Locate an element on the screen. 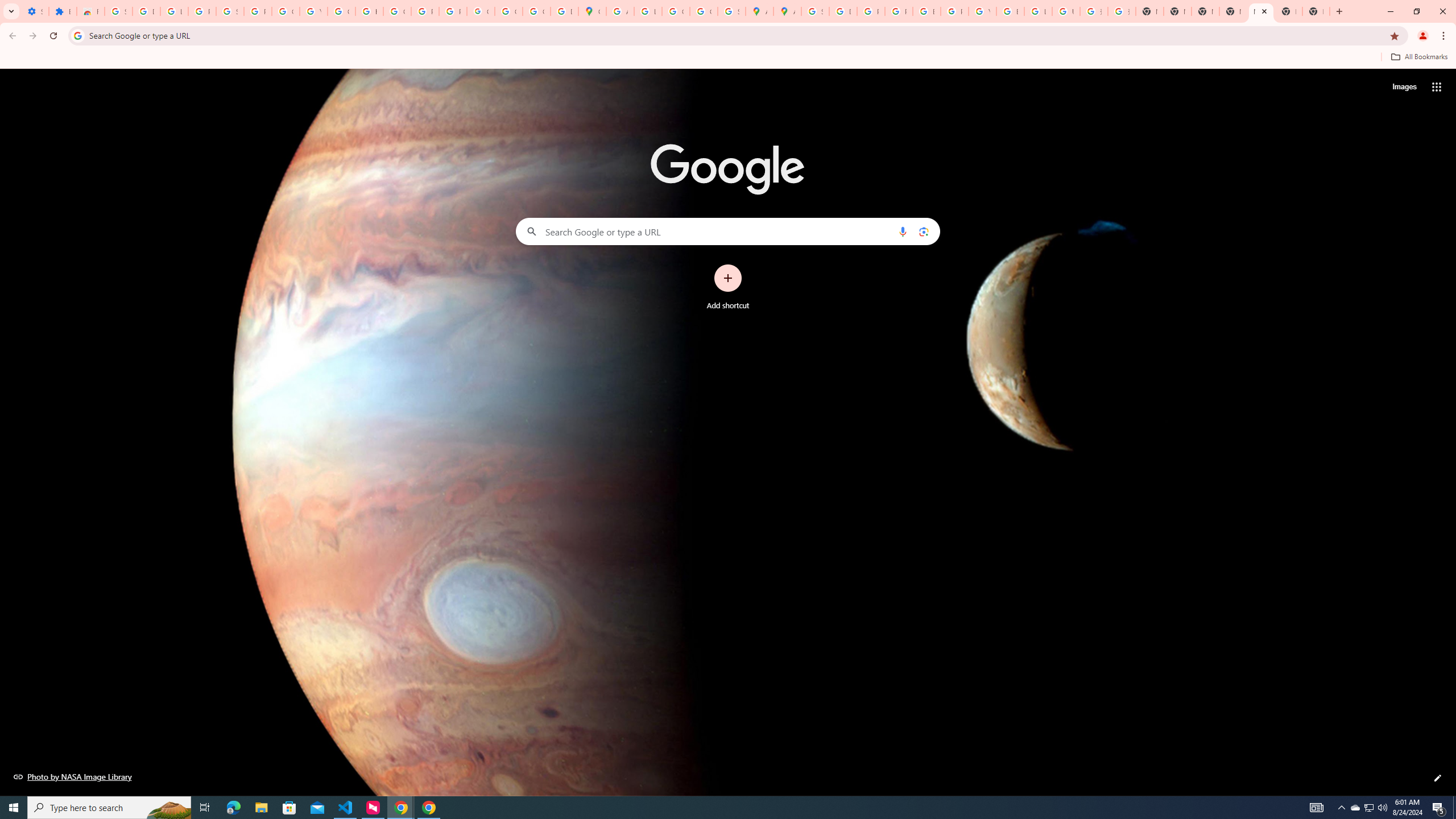  'Settings - On startup' is located at coordinates (35, 11).